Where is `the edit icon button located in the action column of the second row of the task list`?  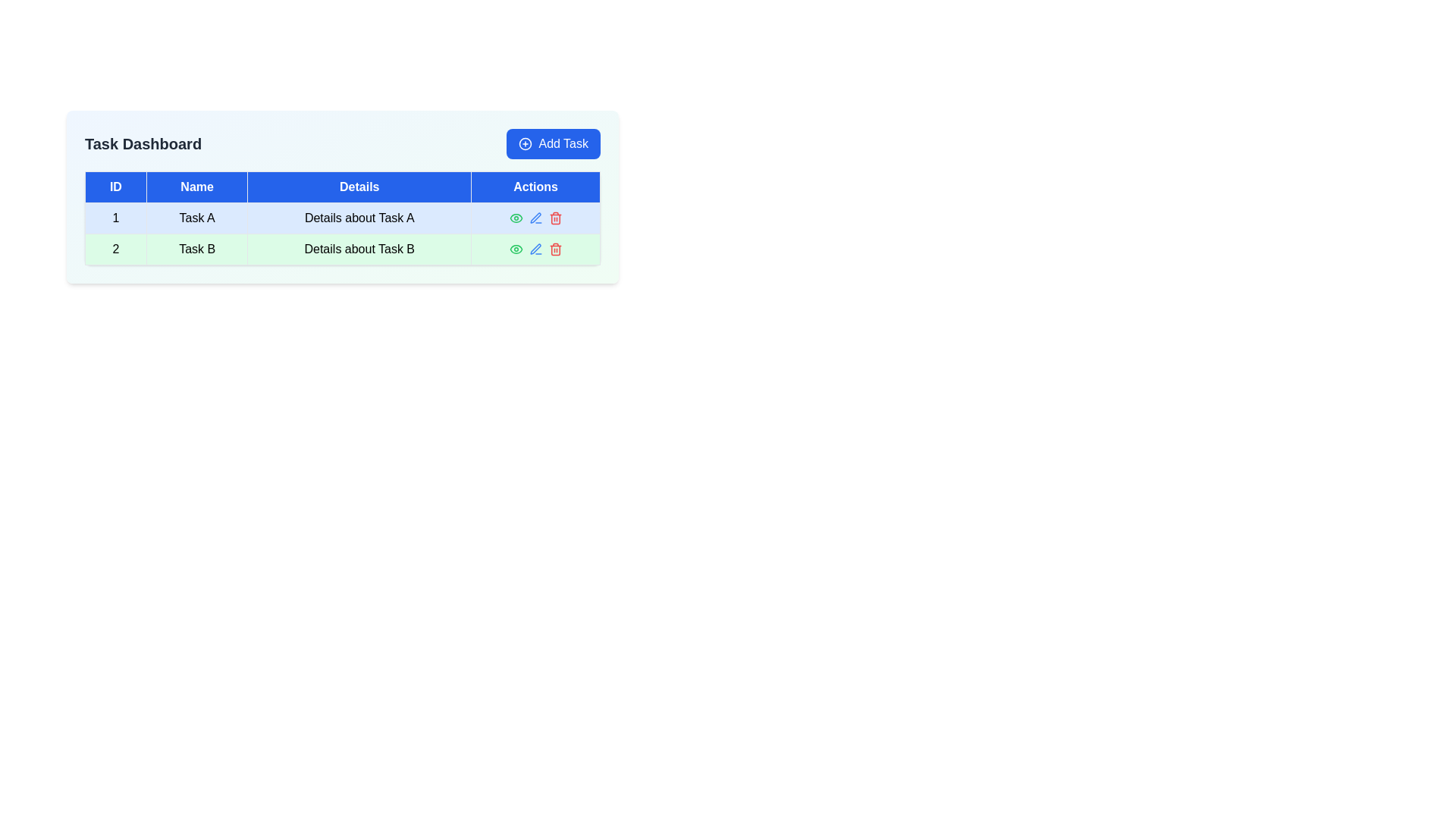
the edit icon button located in the action column of the second row of the task list is located at coordinates (535, 218).